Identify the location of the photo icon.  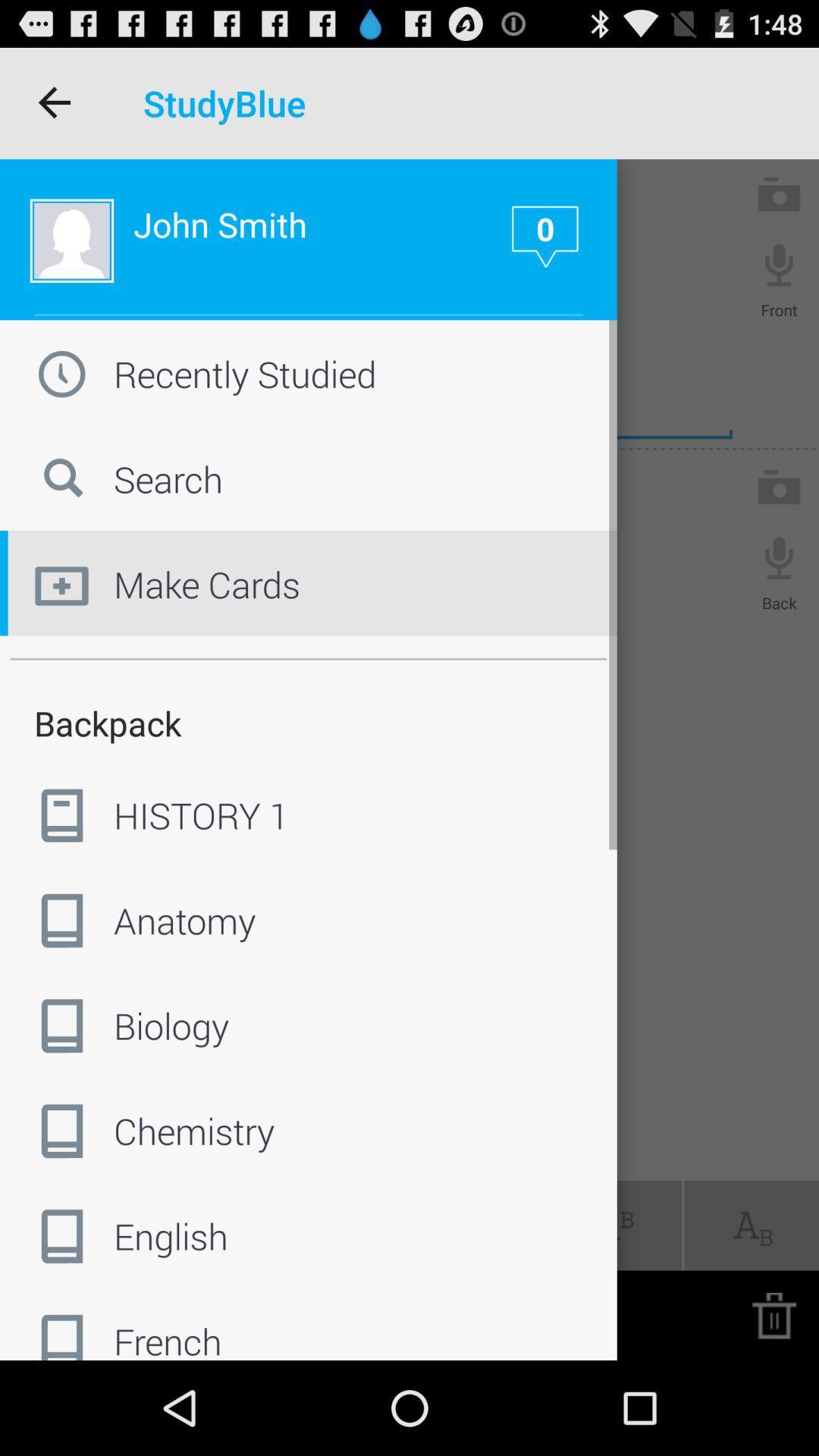
(779, 521).